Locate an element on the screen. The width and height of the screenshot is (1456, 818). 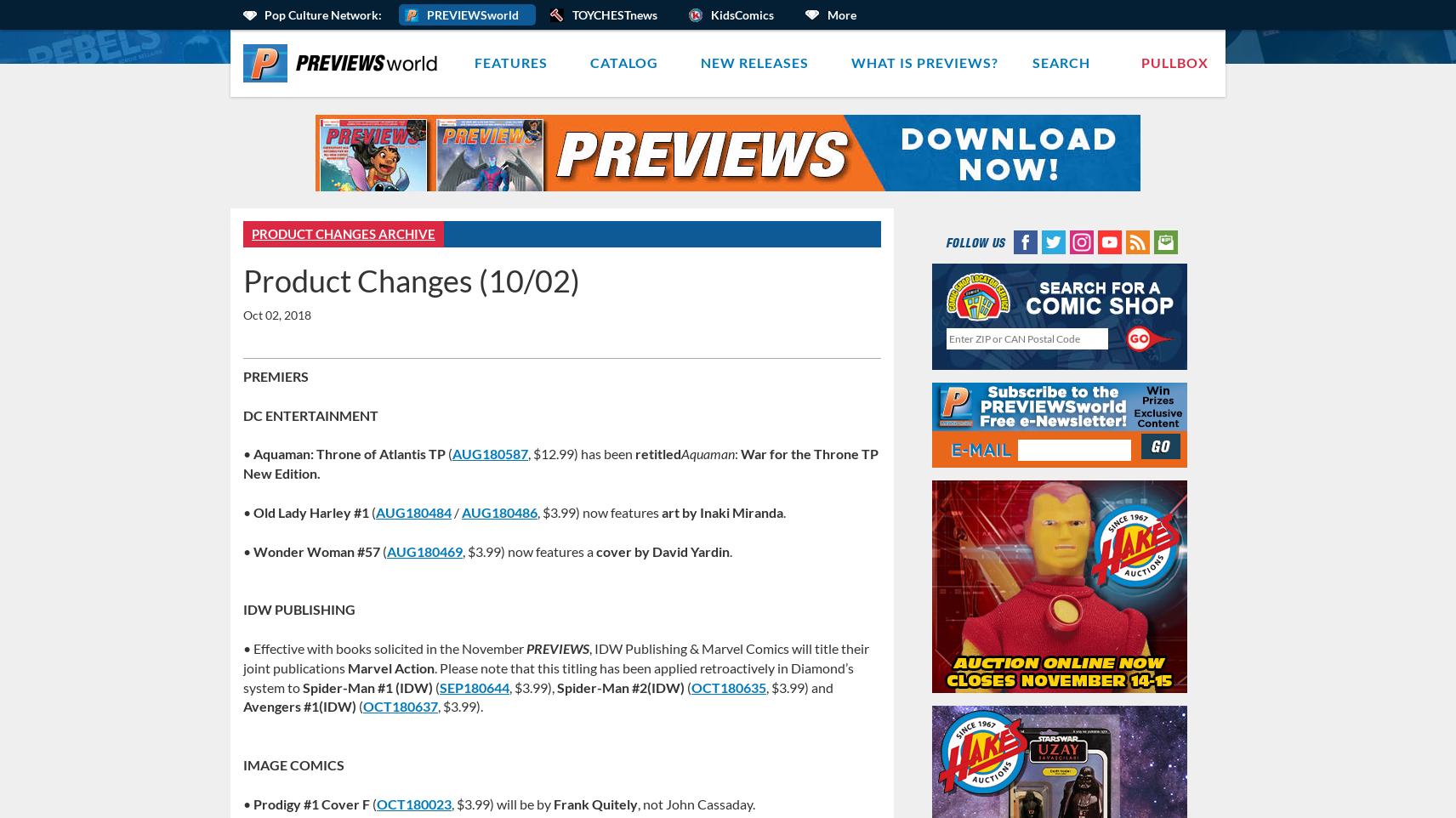
'Aquaman' is located at coordinates (708, 453).